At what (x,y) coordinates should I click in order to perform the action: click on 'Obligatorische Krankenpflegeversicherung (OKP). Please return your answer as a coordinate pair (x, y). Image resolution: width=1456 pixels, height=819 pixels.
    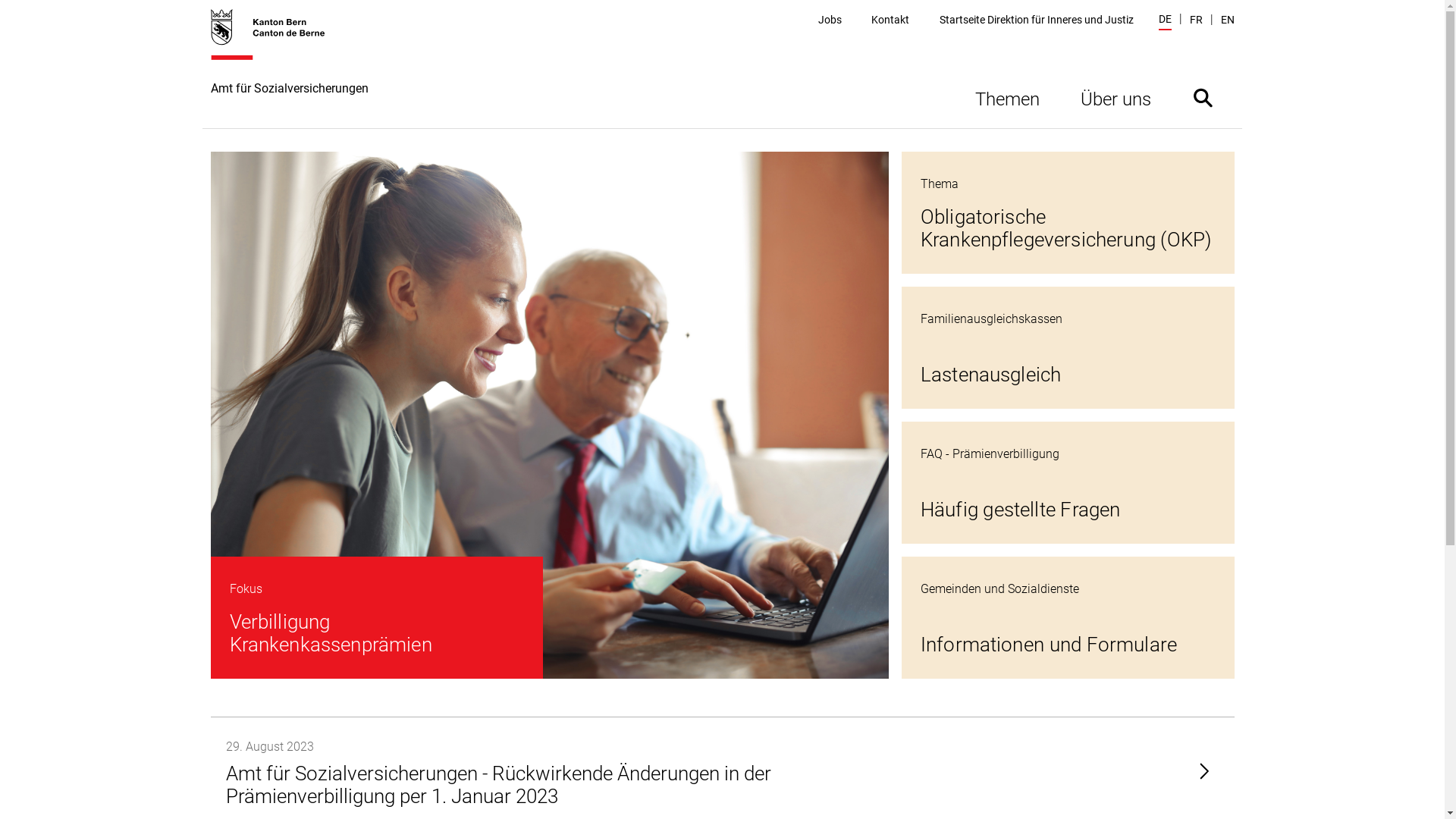
    Looking at the image, I should click on (1067, 212).